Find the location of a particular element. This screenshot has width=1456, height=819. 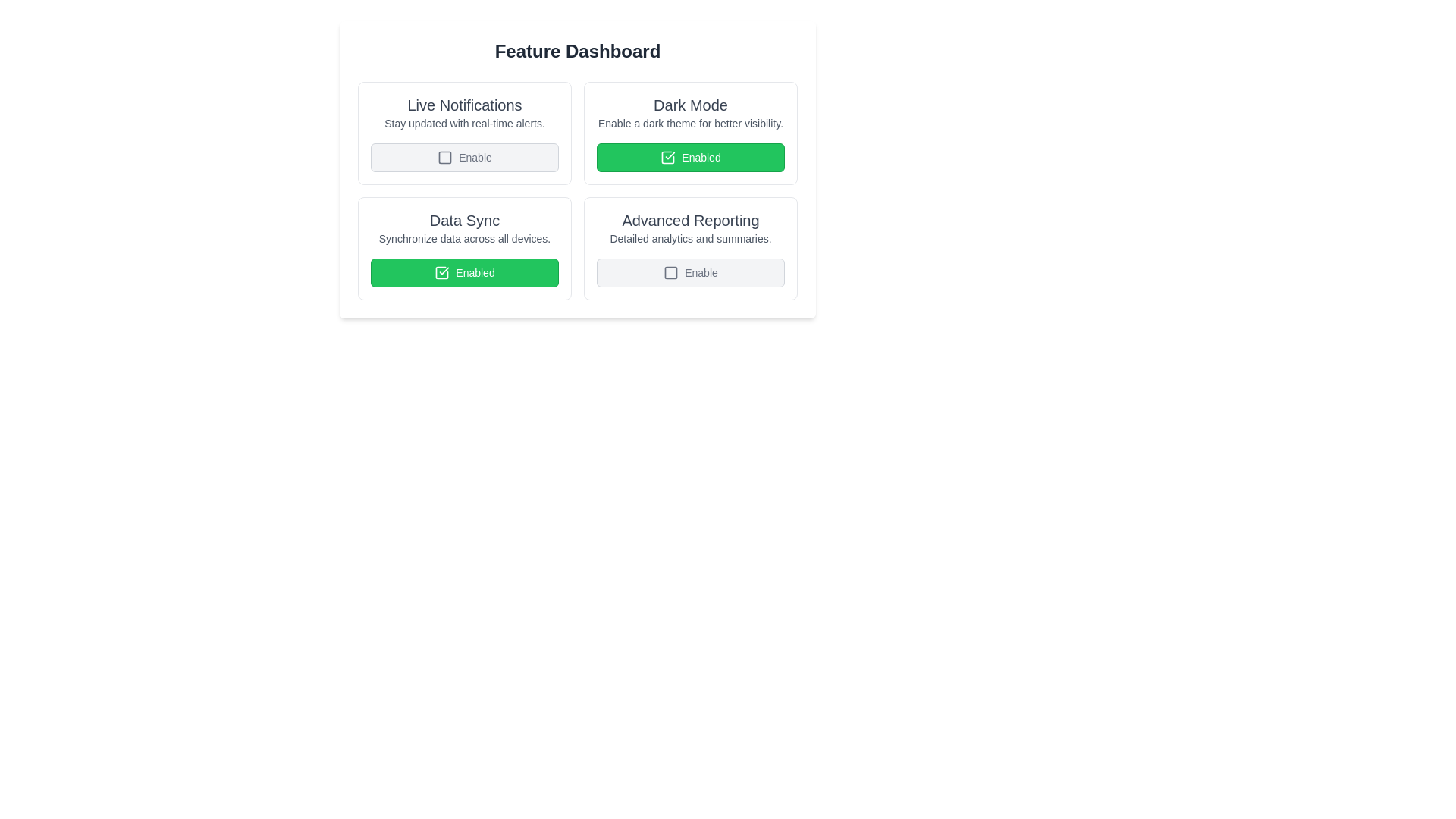

the 'Advanced Reporting' text label, which is styled in bold and dark gray, located in the bottom-right quadrant of the feature dashboard interface is located at coordinates (690, 220).